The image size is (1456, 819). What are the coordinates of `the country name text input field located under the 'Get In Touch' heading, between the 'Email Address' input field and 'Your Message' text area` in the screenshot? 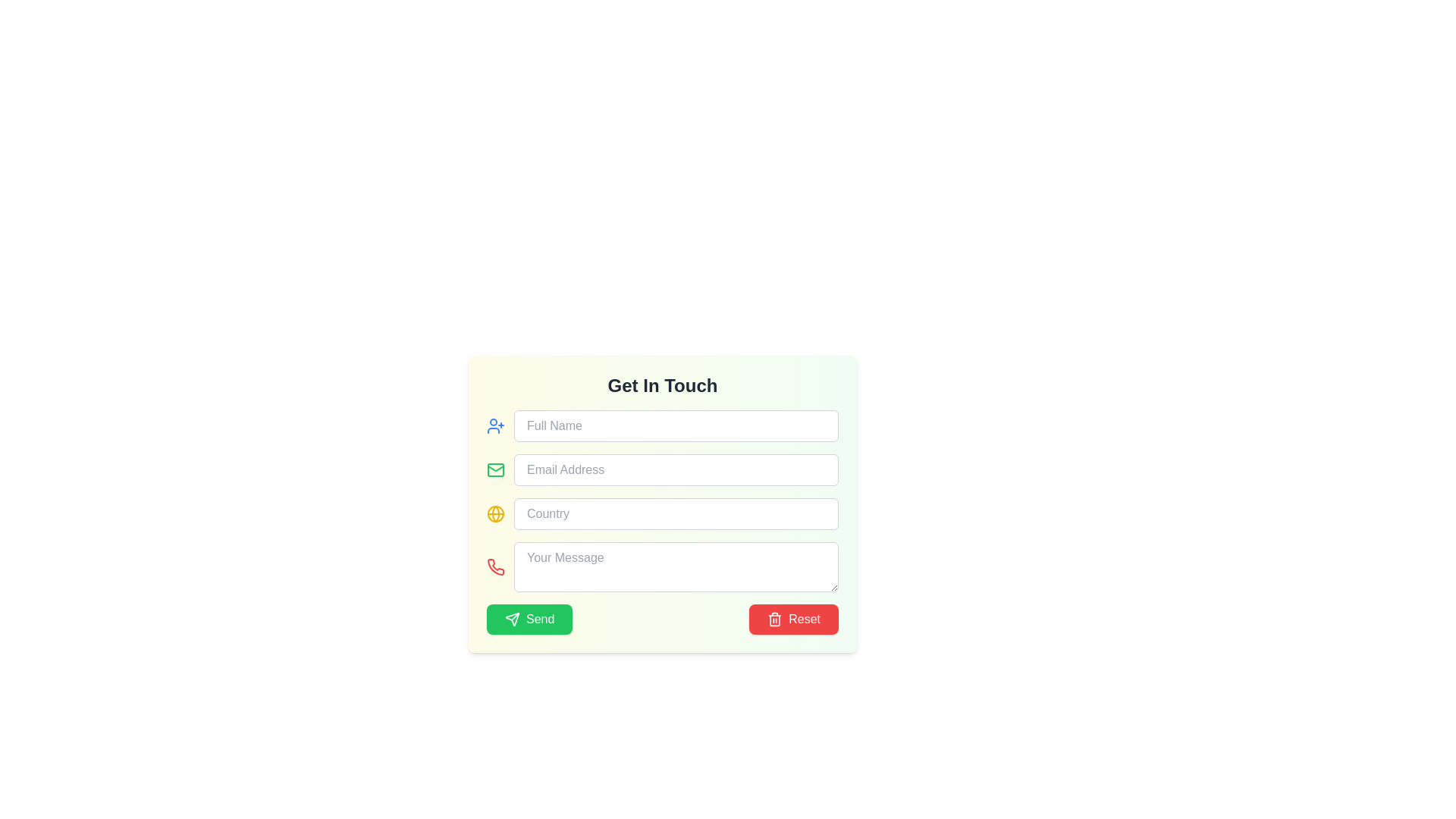 It's located at (676, 513).